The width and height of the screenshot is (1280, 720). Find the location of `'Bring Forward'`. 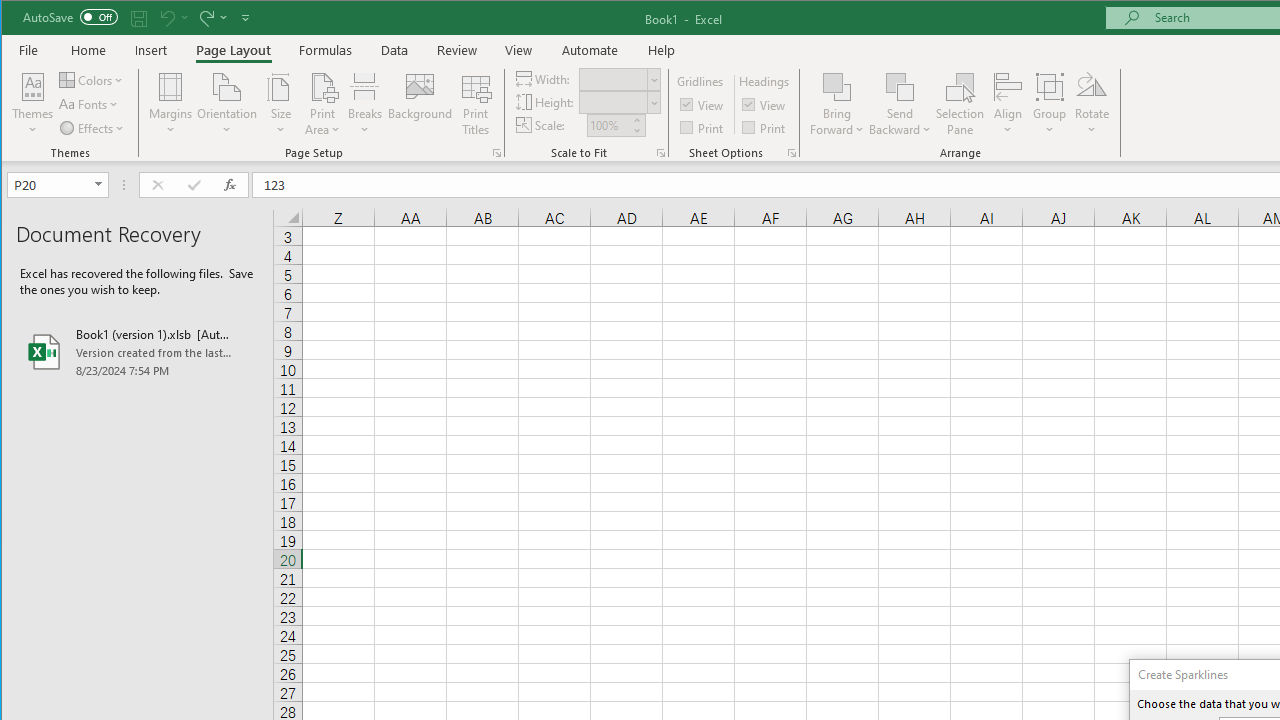

'Bring Forward' is located at coordinates (837, 85).